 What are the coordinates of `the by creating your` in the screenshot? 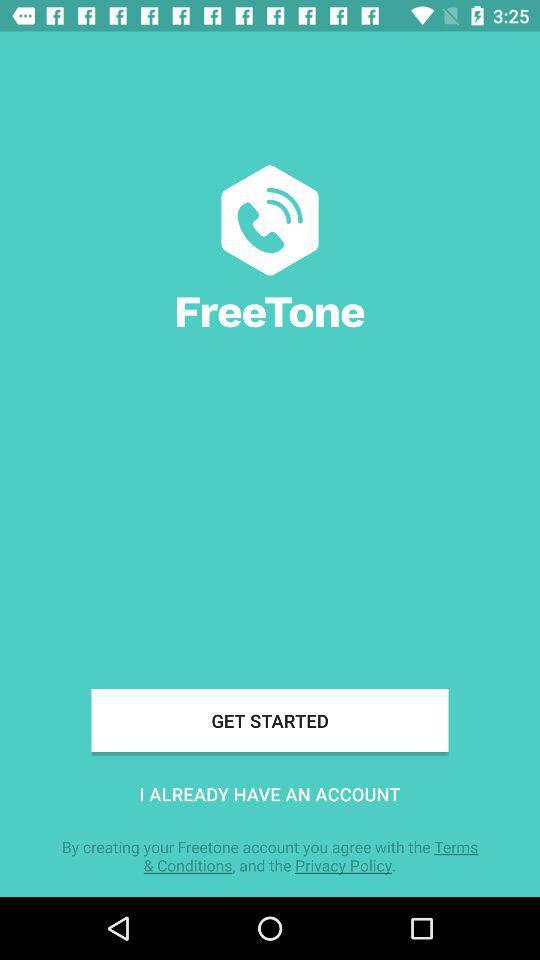 It's located at (270, 855).